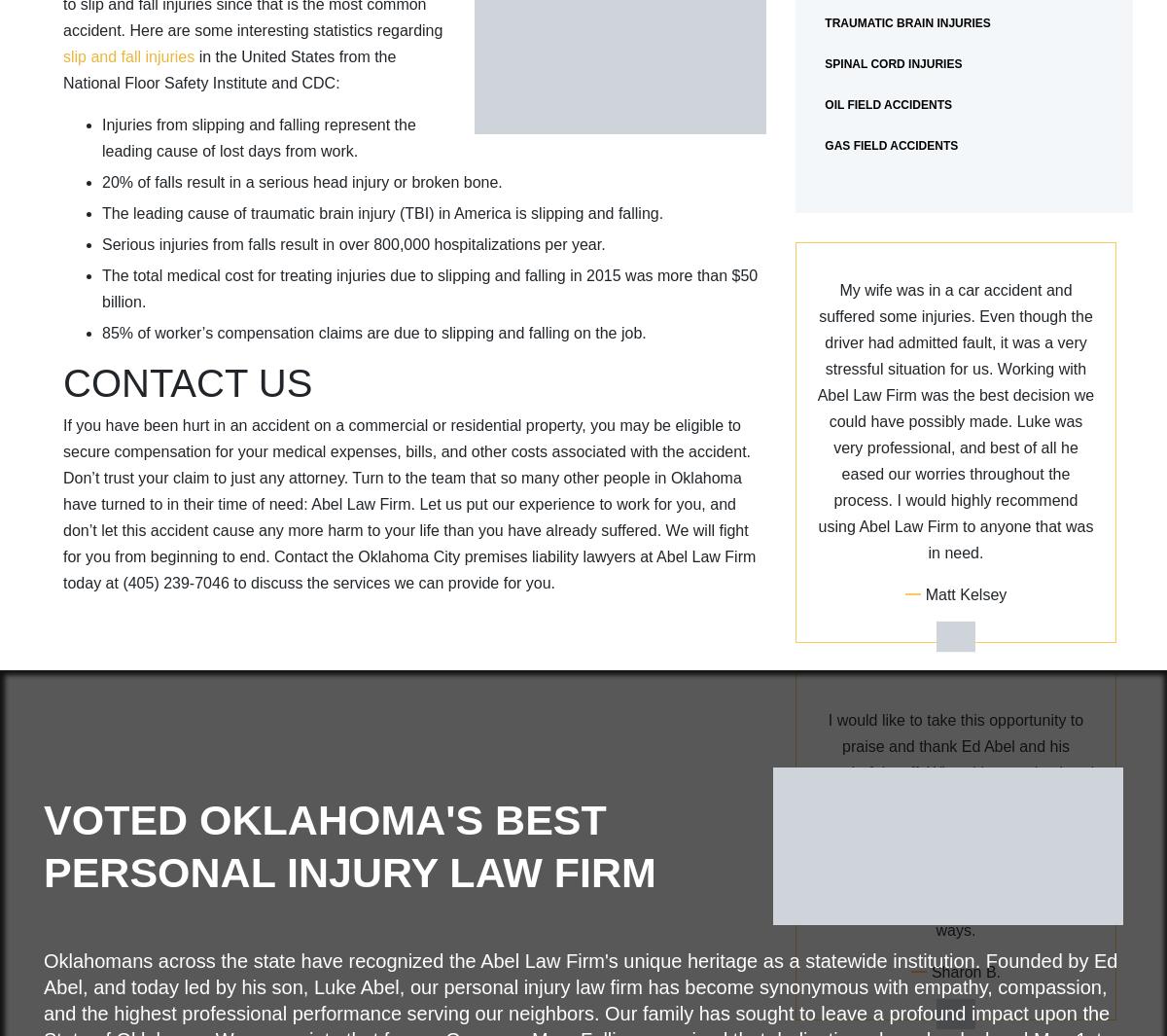 The width and height of the screenshot is (1167, 1036). What do you see at coordinates (966, 753) in the screenshot?
I see `'Teresa Stone'` at bounding box center [966, 753].